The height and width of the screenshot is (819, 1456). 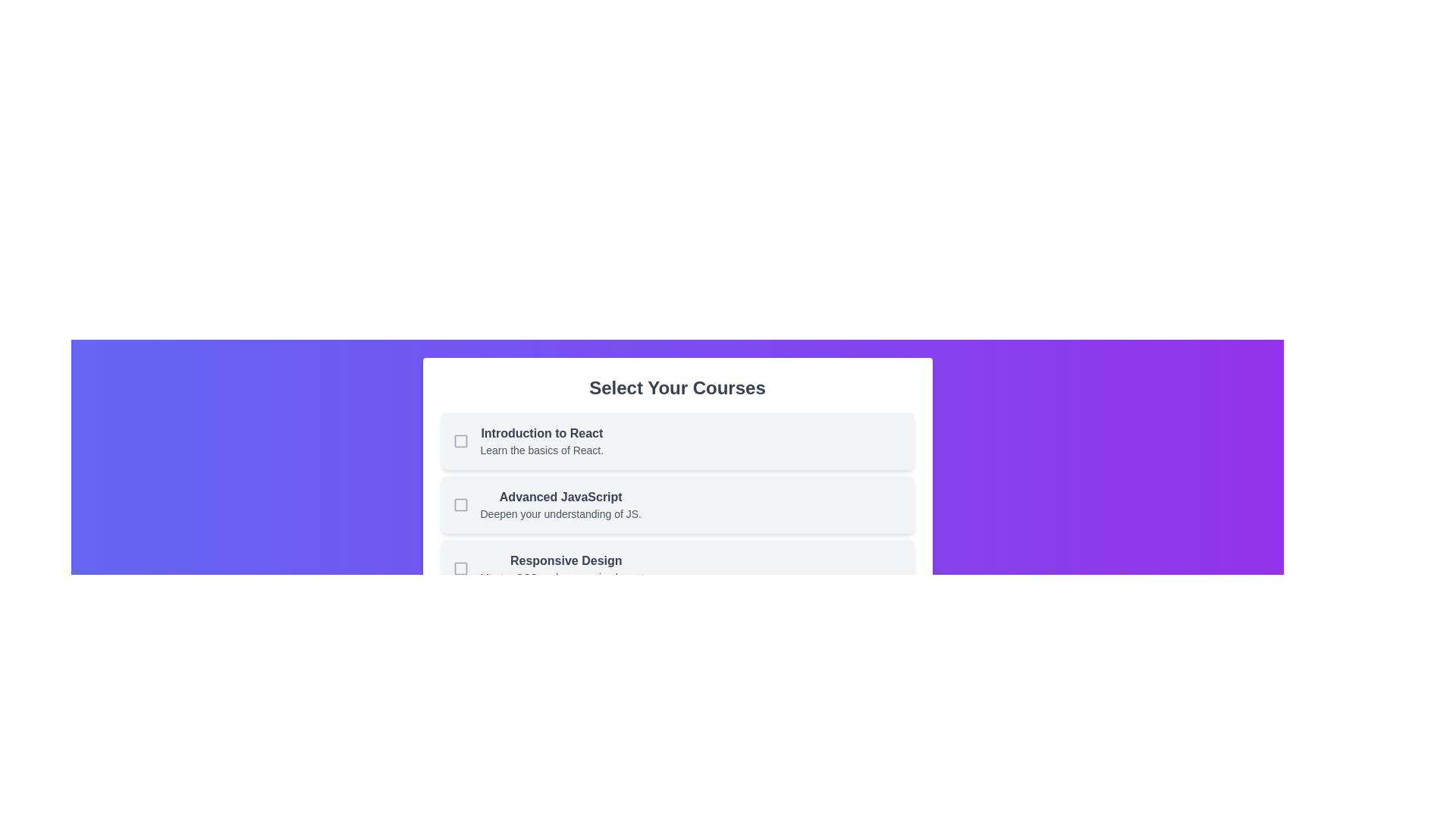 I want to click on the course Introduction to React by clicking on its corresponding list item, so click(x=676, y=441).